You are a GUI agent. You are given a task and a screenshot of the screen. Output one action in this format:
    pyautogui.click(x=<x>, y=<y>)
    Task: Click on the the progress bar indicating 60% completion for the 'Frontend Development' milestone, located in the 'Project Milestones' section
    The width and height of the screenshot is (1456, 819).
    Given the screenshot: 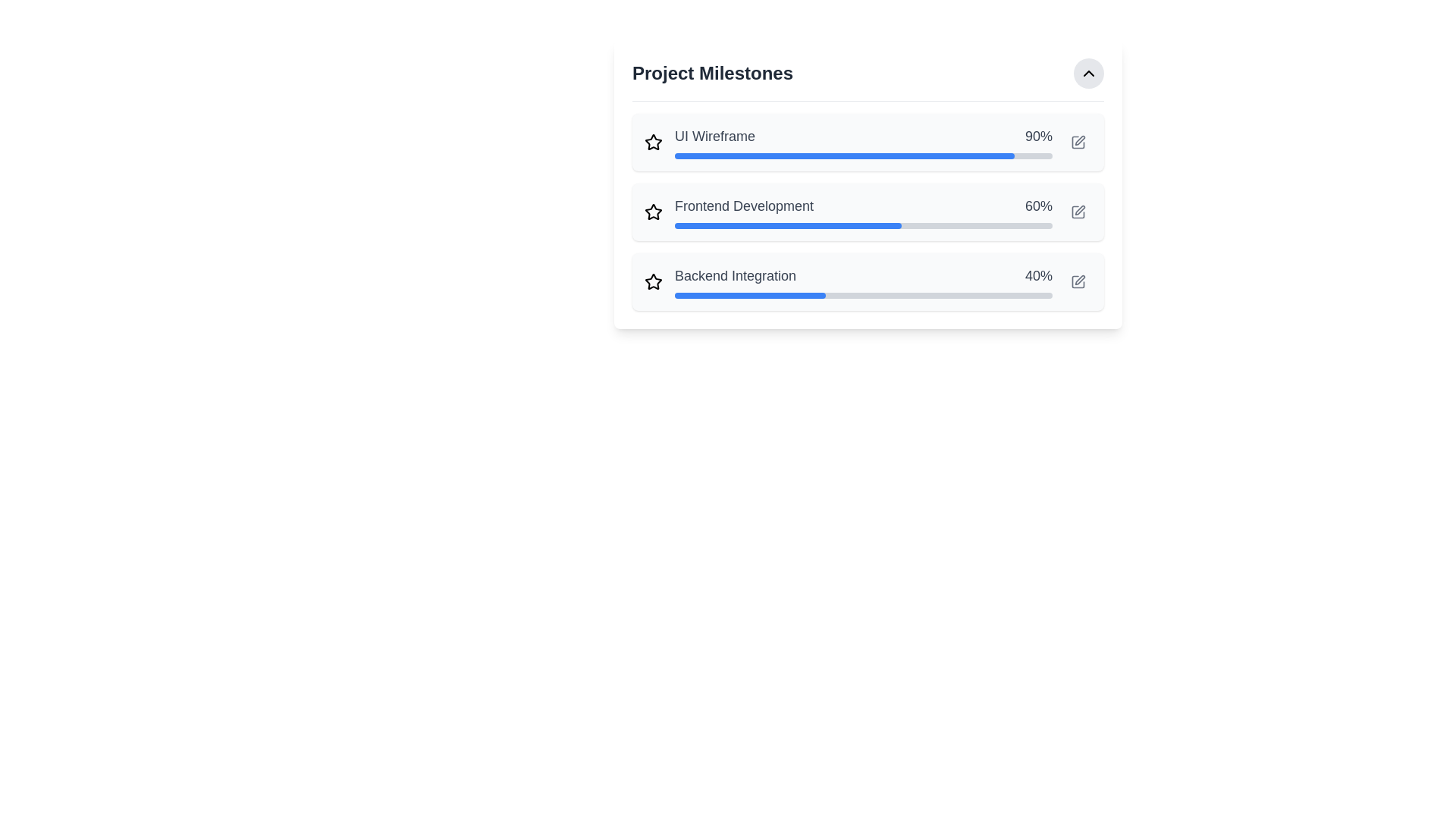 What is the action you would take?
    pyautogui.click(x=868, y=212)
    